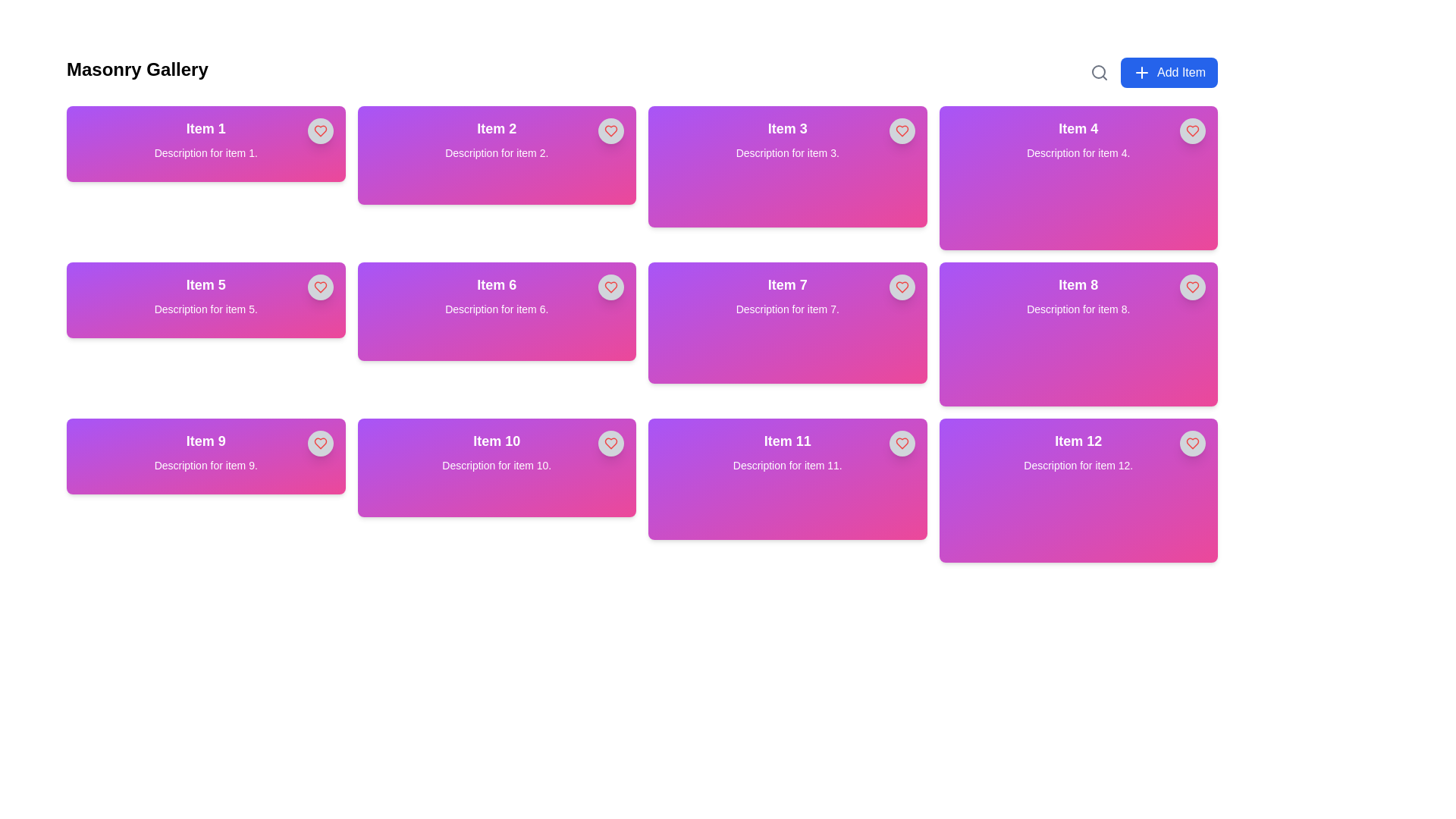 The height and width of the screenshot is (819, 1456). Describe the element at coordinates (902, 444) in the screenshot. I see `the heart icon located in the top-right corner of the card labeled 'Item 11'` at that location.